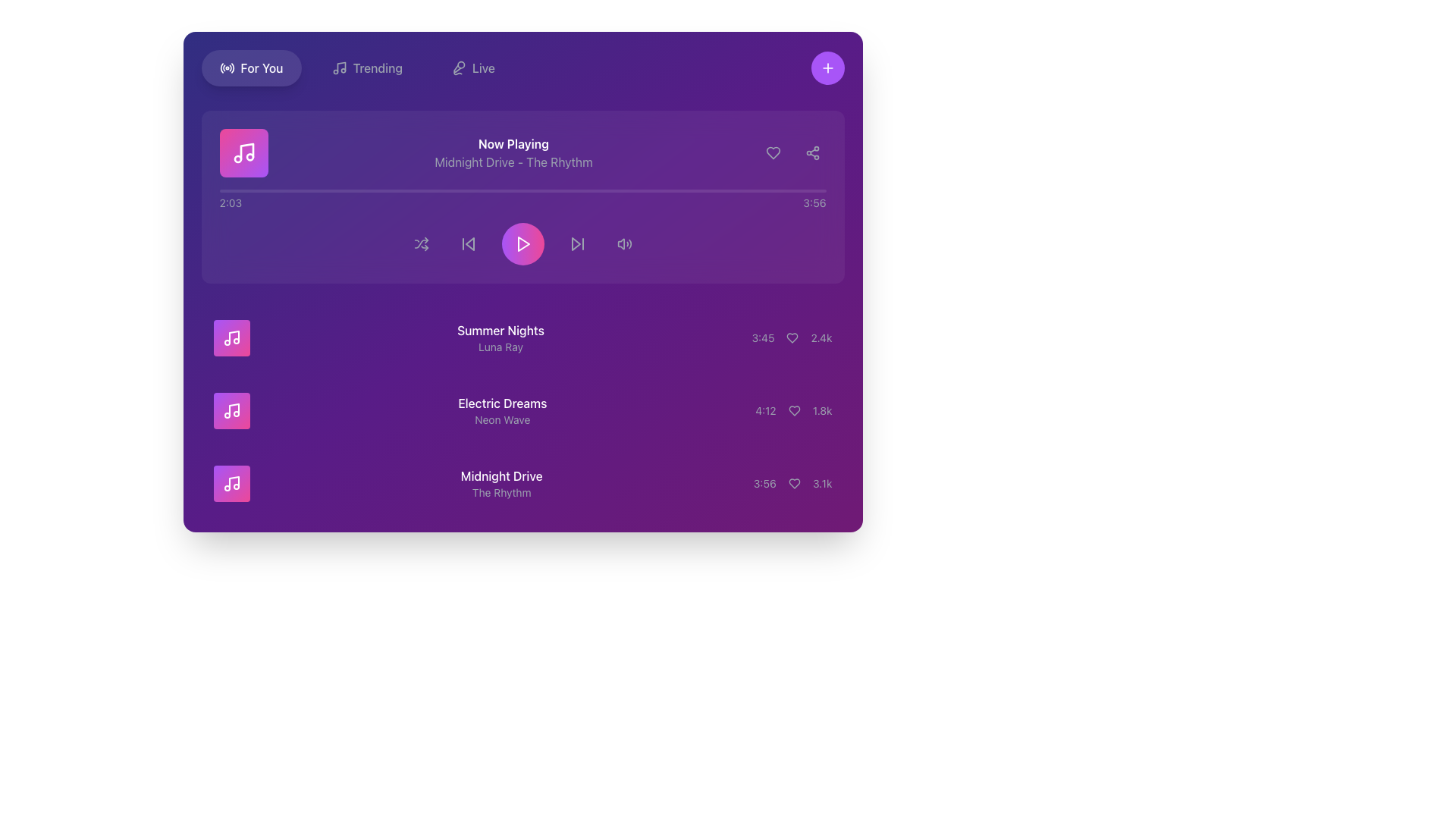 The image size is (1456, 819). I want to click on the heart icon in the metadata display for the song 'Midnight Drive', which shows its duration and popularity, so click(792, 483).